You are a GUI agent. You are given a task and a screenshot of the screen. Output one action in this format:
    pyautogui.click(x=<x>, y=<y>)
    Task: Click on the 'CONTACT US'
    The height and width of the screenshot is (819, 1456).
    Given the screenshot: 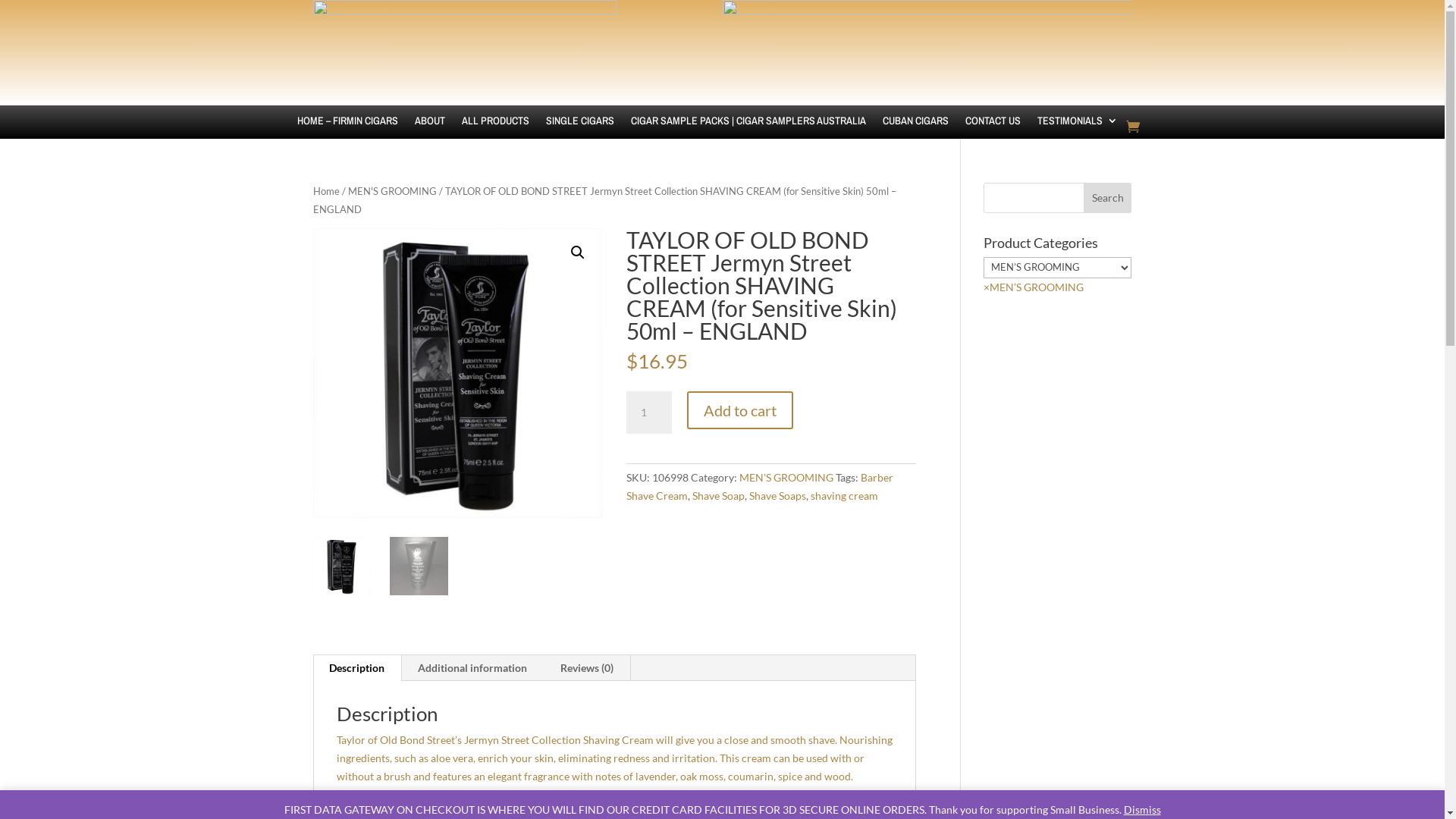 What is the action you would take?
    pyautogui.click(x=992, y=130)
    